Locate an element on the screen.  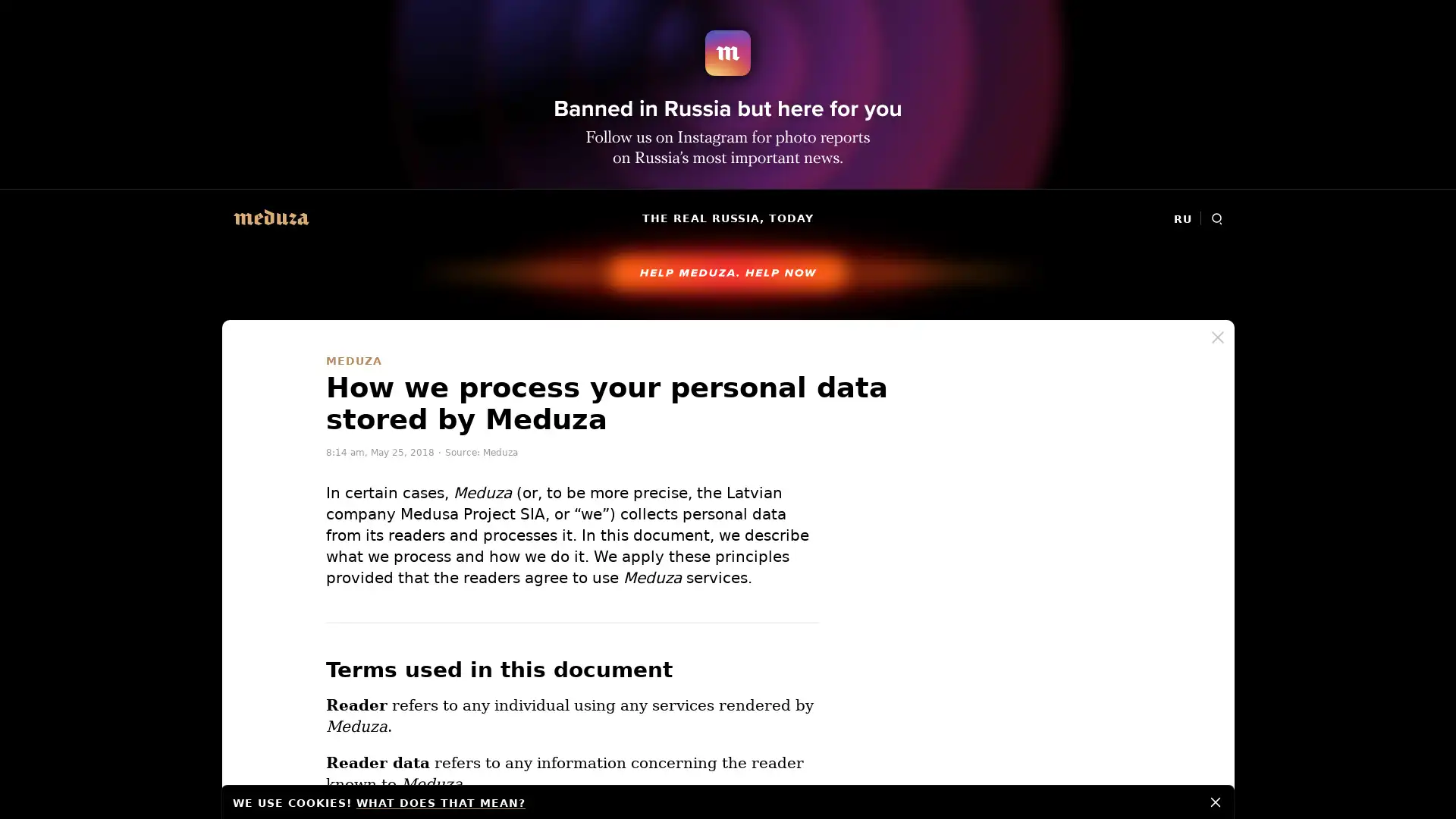
Search is located at coordinates (1216, 218).